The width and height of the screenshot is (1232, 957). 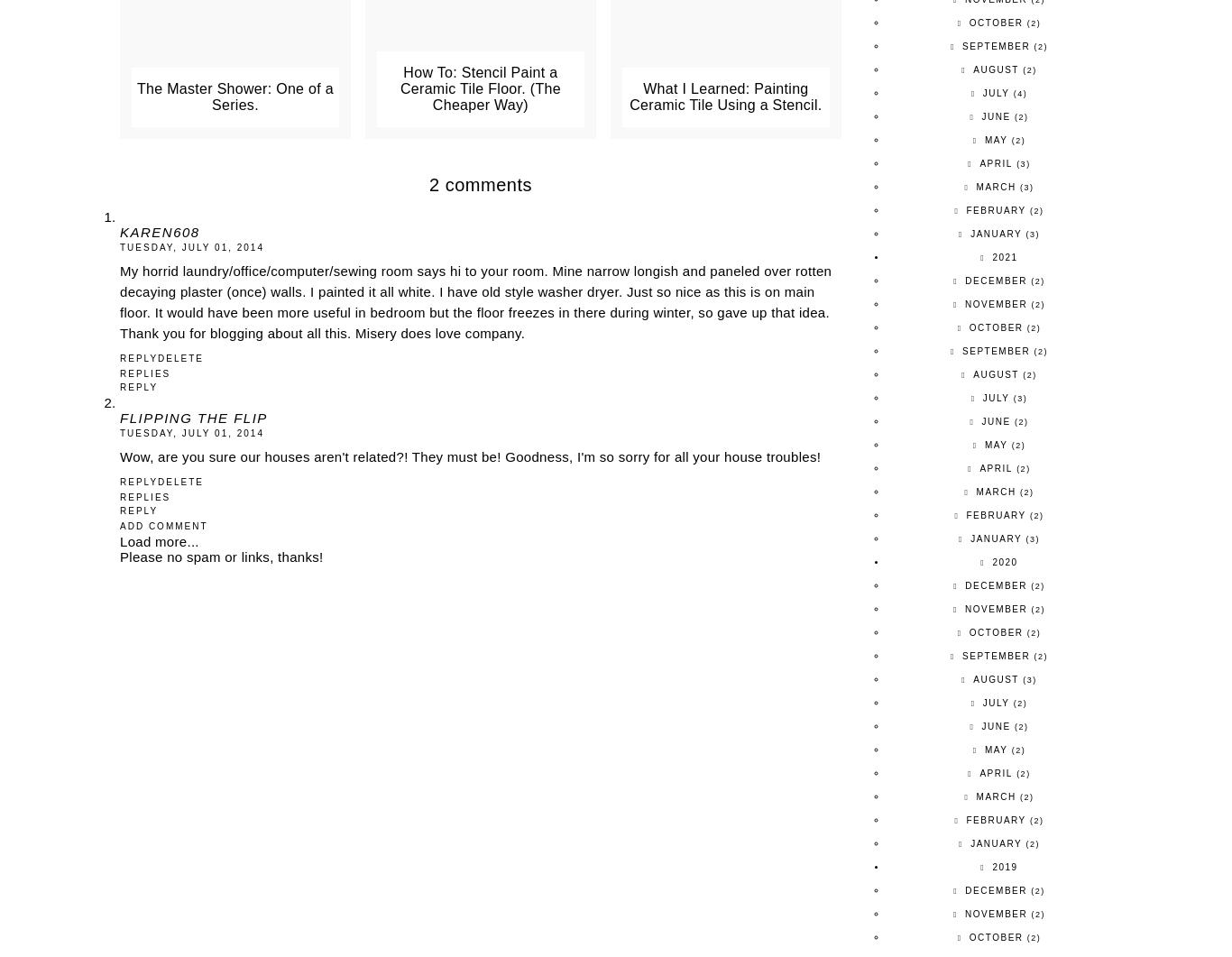 I want to click on '2020', so click(x=1003, y=561).